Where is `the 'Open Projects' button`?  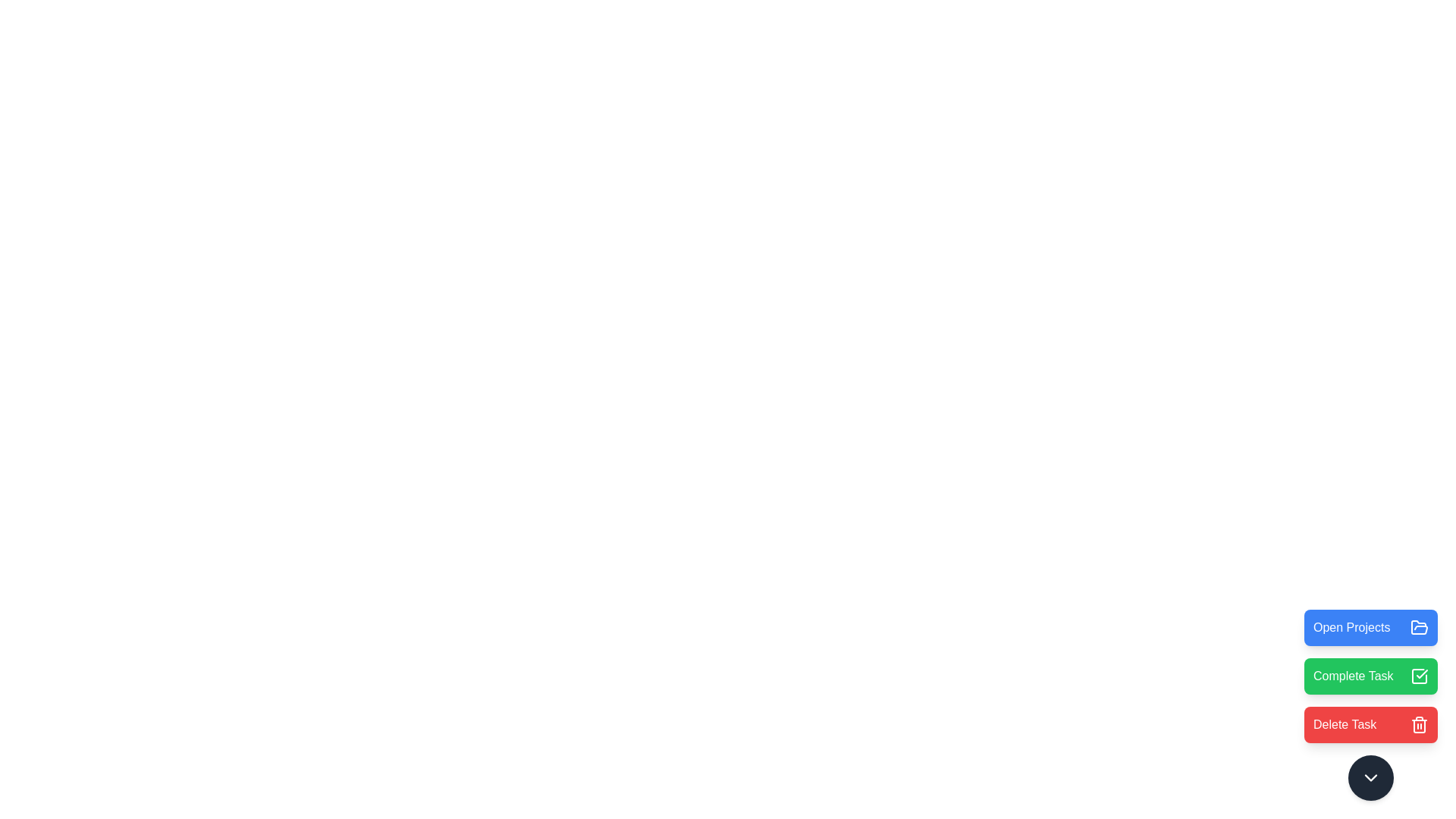 the 'Open Projects' button is located at coordinates (1371, 628).